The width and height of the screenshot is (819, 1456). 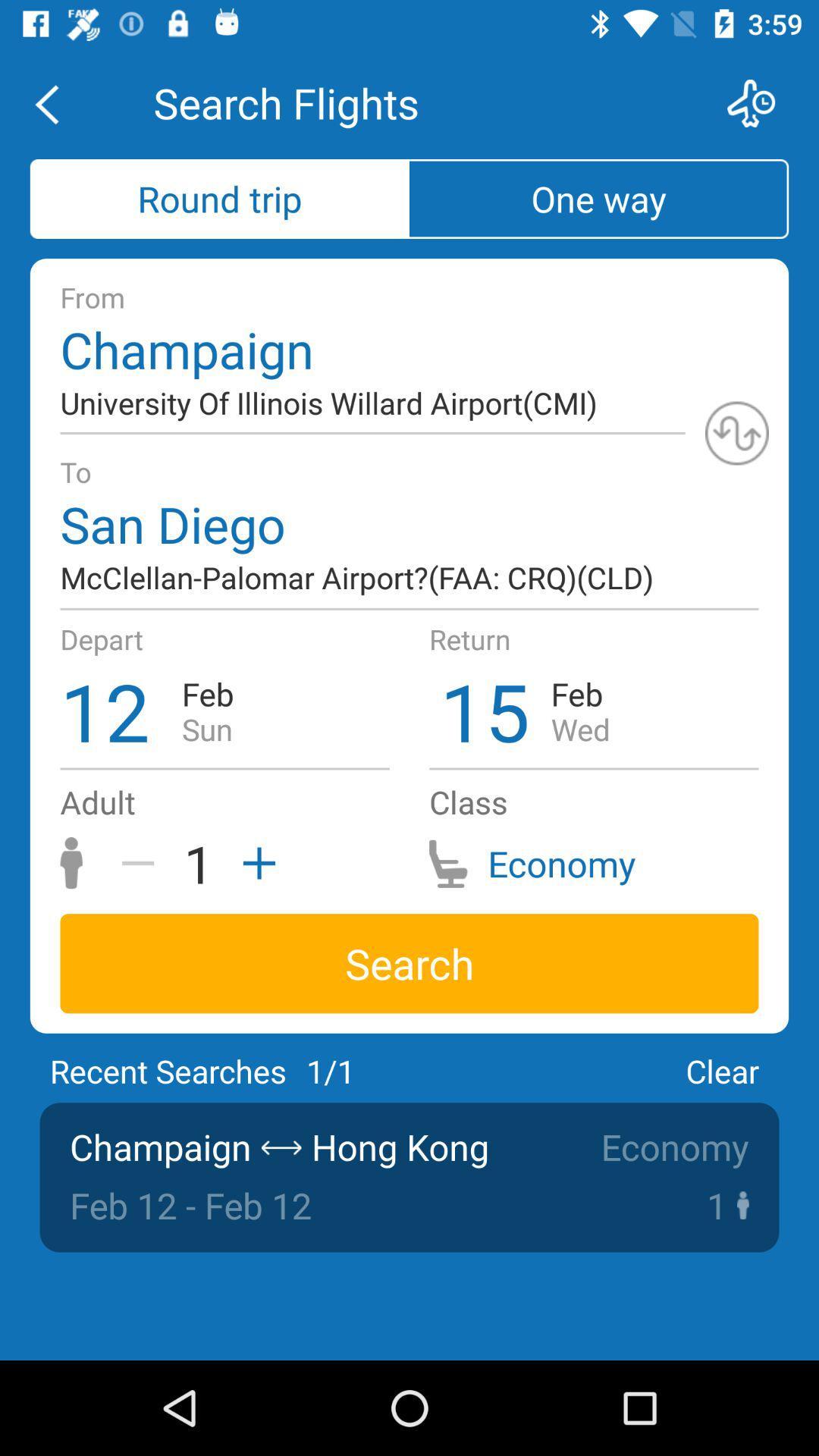 I want to click on the item next to the 1/1, so click(x=721, y=1070).